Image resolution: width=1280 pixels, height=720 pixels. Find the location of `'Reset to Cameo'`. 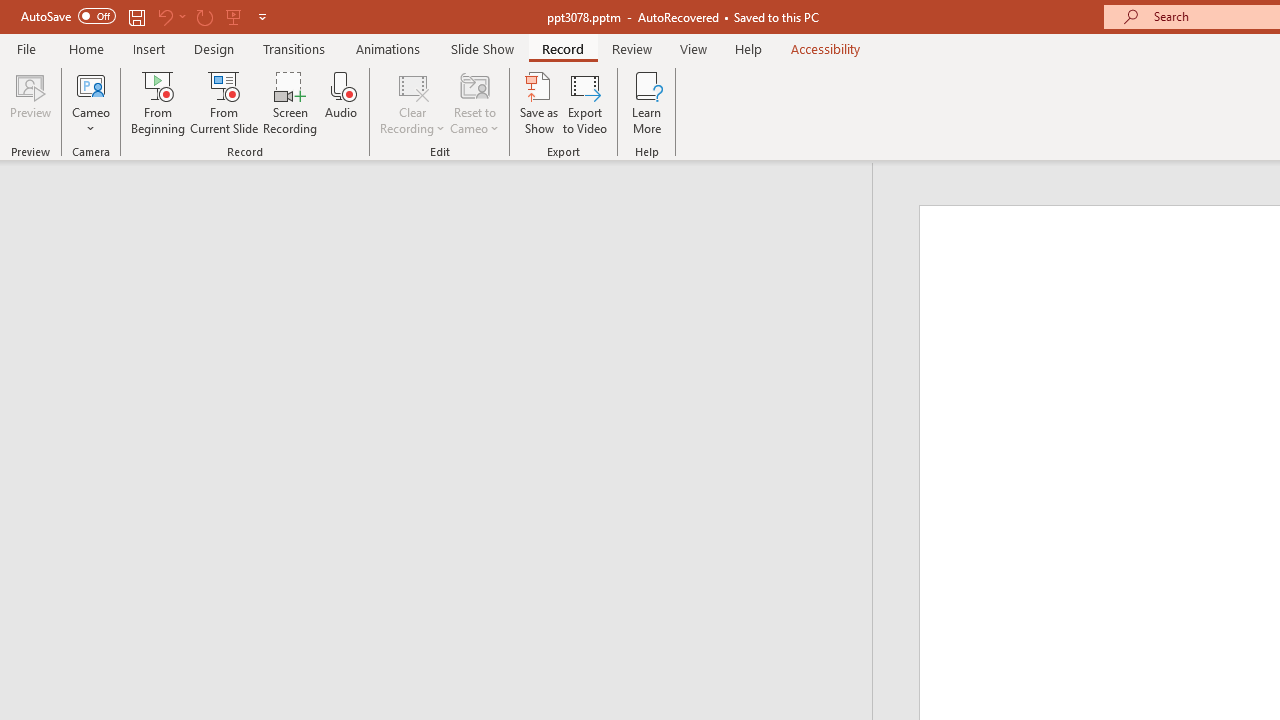

'Reset to Cameo' is located at coordinates (473, 103).